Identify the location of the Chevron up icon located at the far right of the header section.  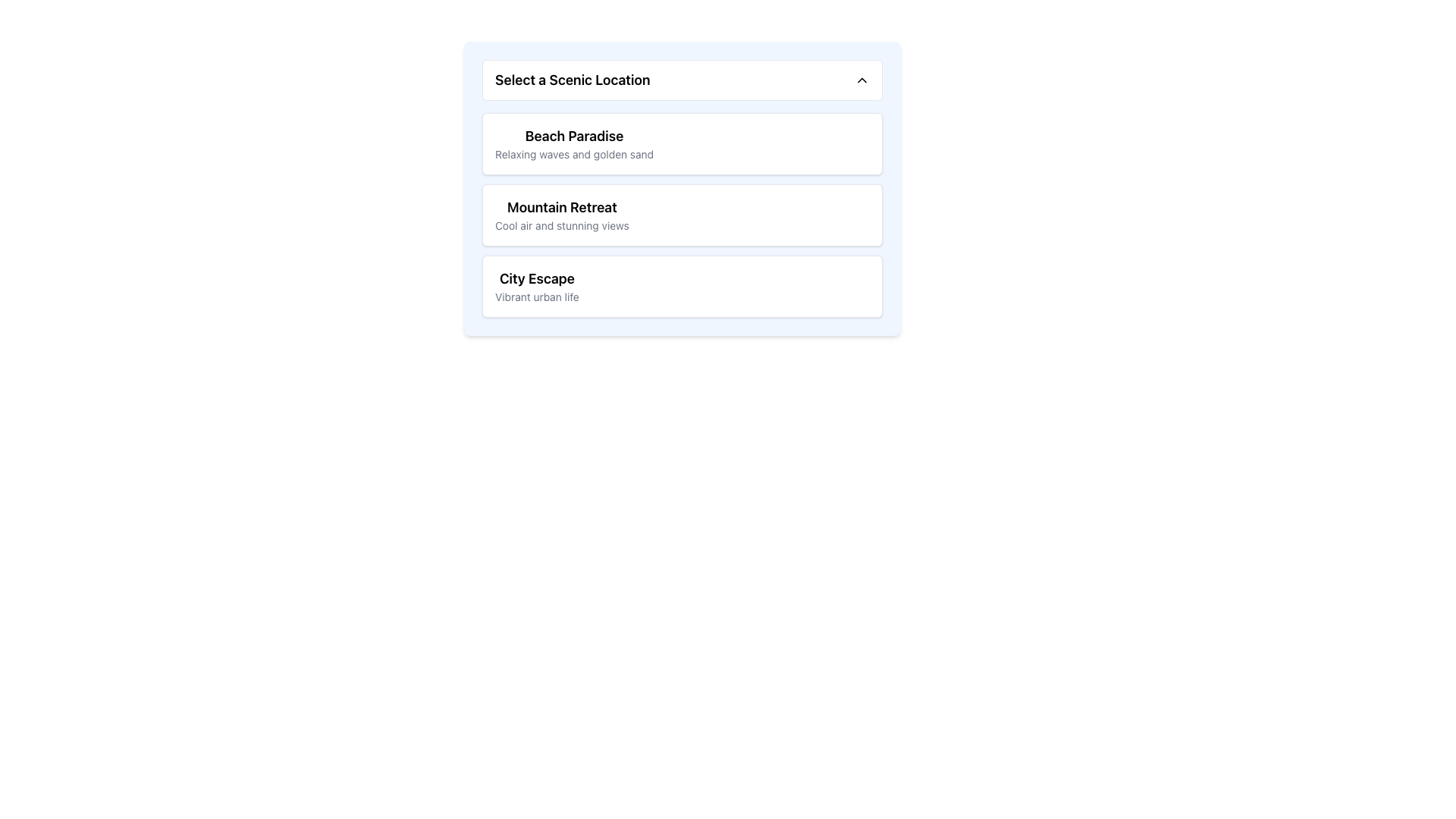
(862, 80).